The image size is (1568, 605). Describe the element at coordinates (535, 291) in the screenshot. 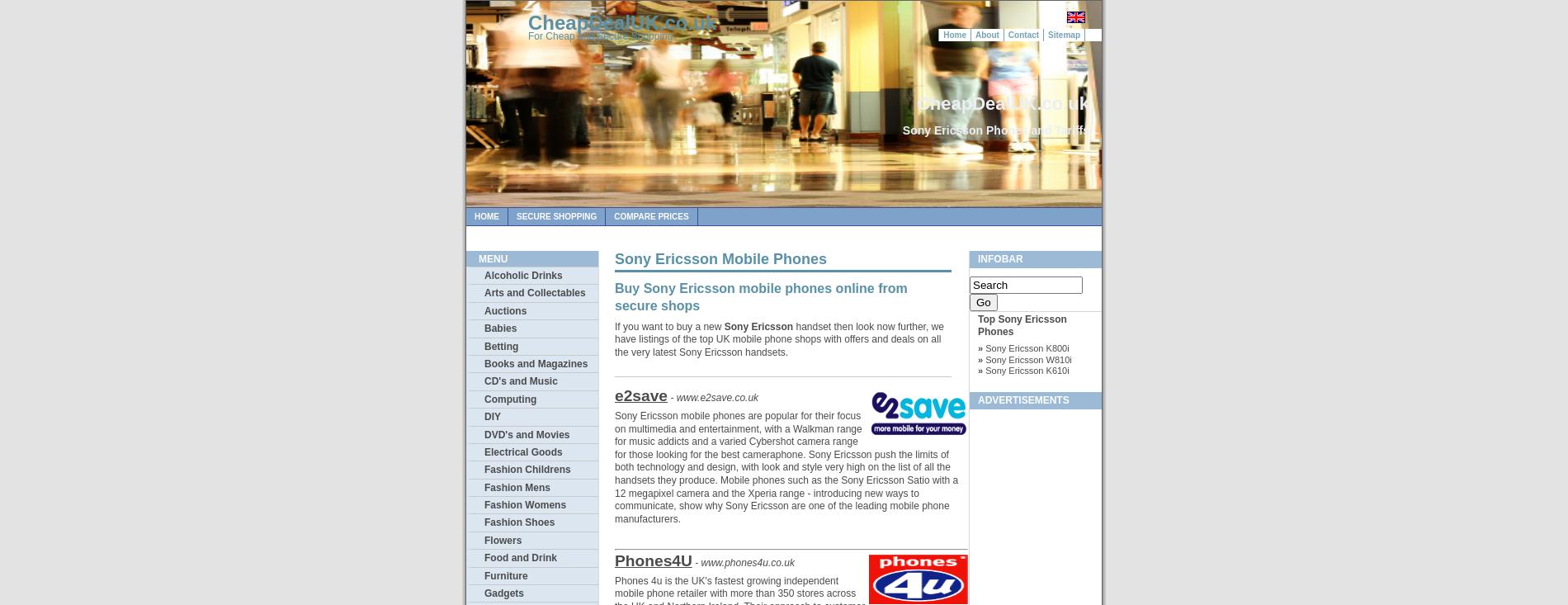

I see `'Arts and Collectables'` at that location.